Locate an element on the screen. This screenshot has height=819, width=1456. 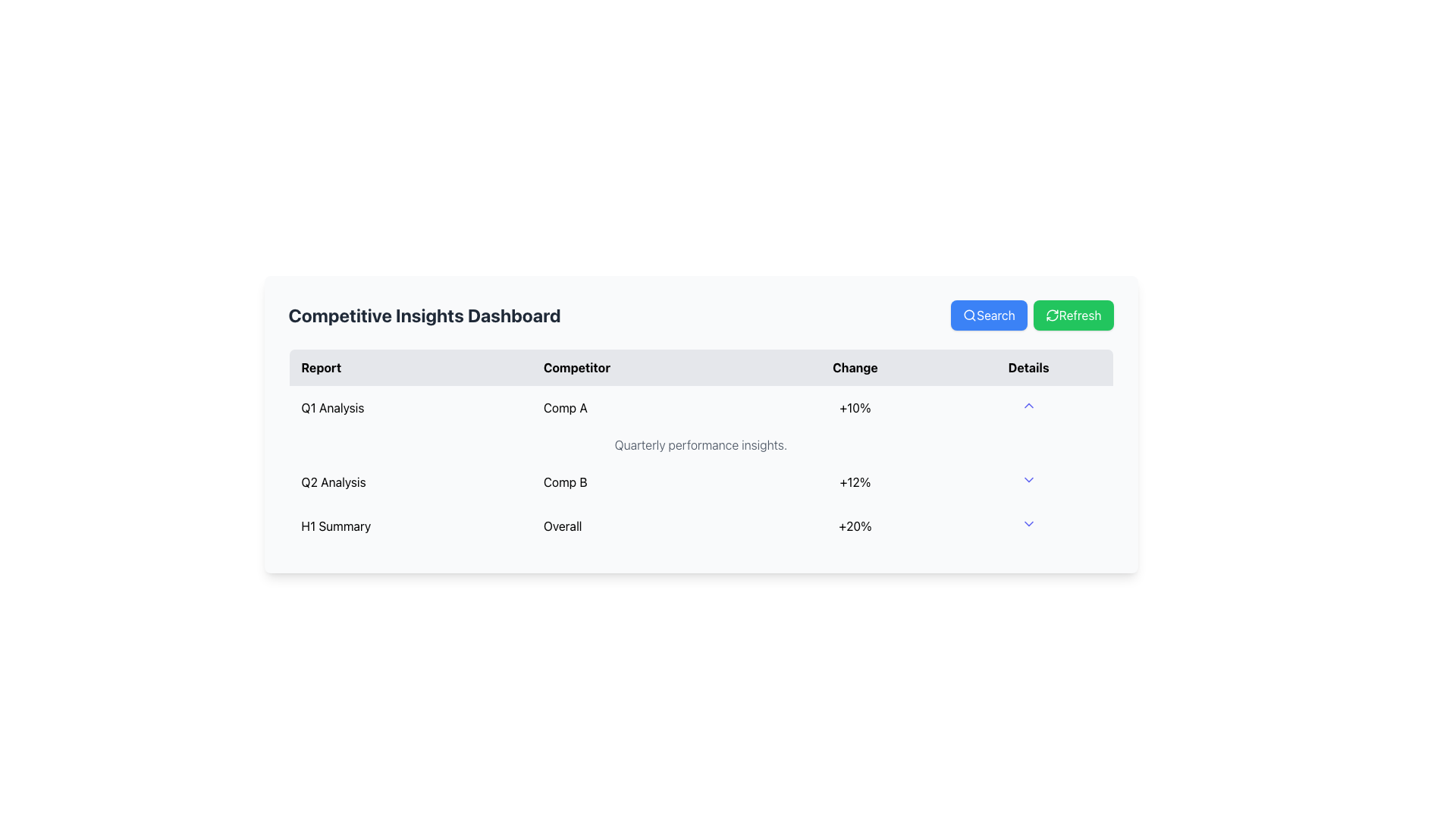
the text label displaying '+20%' located in the 'Change' column of the 'H1 Summary' row in the table is located at coordinates (855, 526).